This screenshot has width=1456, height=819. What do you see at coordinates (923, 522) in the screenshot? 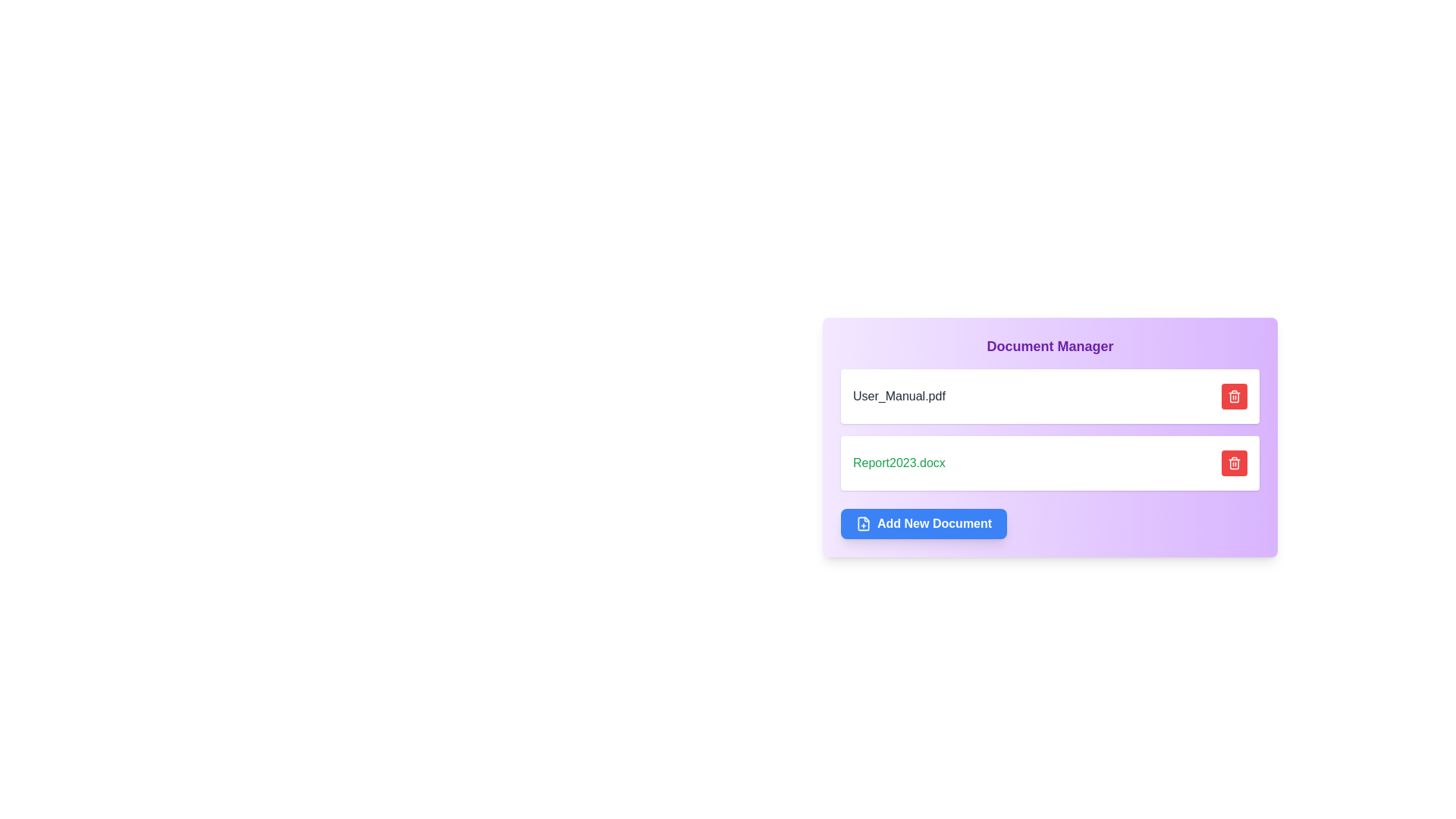
I see `the blue rectangular button labeled 'Add New Document' to change its color, located at the bottom-center of the 'Document Manager' panel` at bounding box center [923, 522].